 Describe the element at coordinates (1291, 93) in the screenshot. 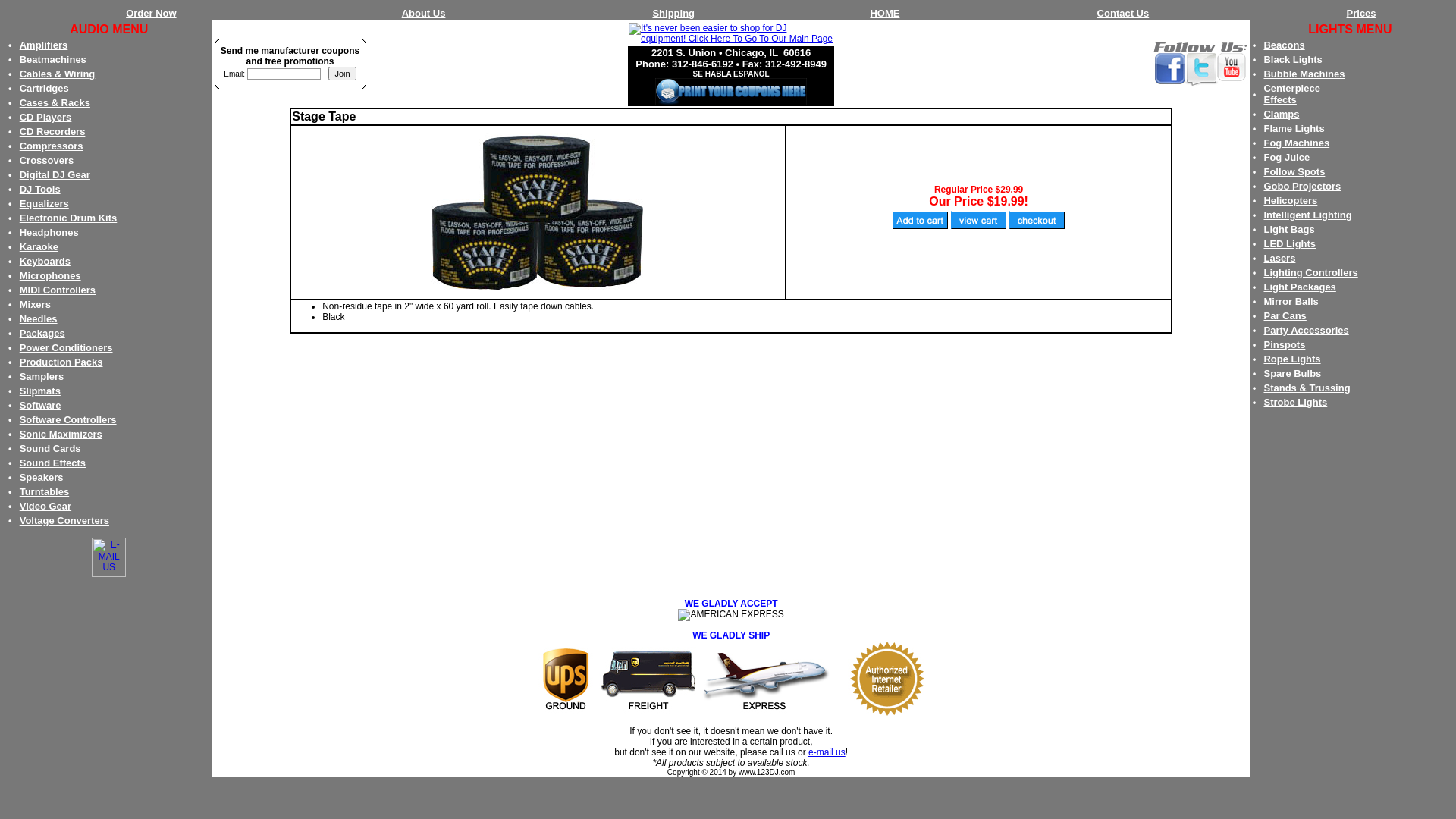

I see `'Centerpiece` at that location.